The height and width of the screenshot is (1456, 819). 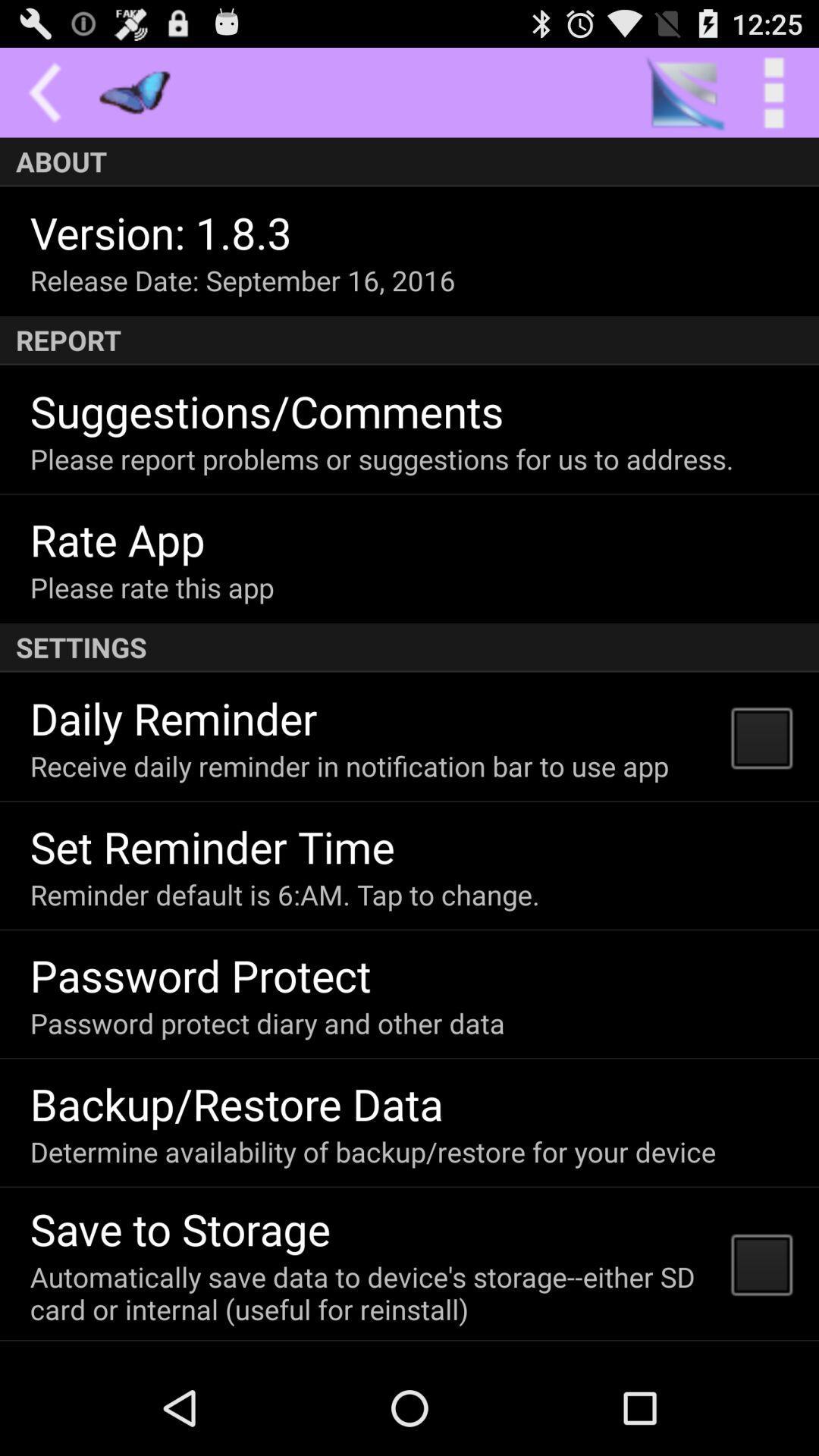 What do you see at coordinates (212, 846) in the screenshot?
I see `item above the reminder default is app` at bounding box center [212, 846].